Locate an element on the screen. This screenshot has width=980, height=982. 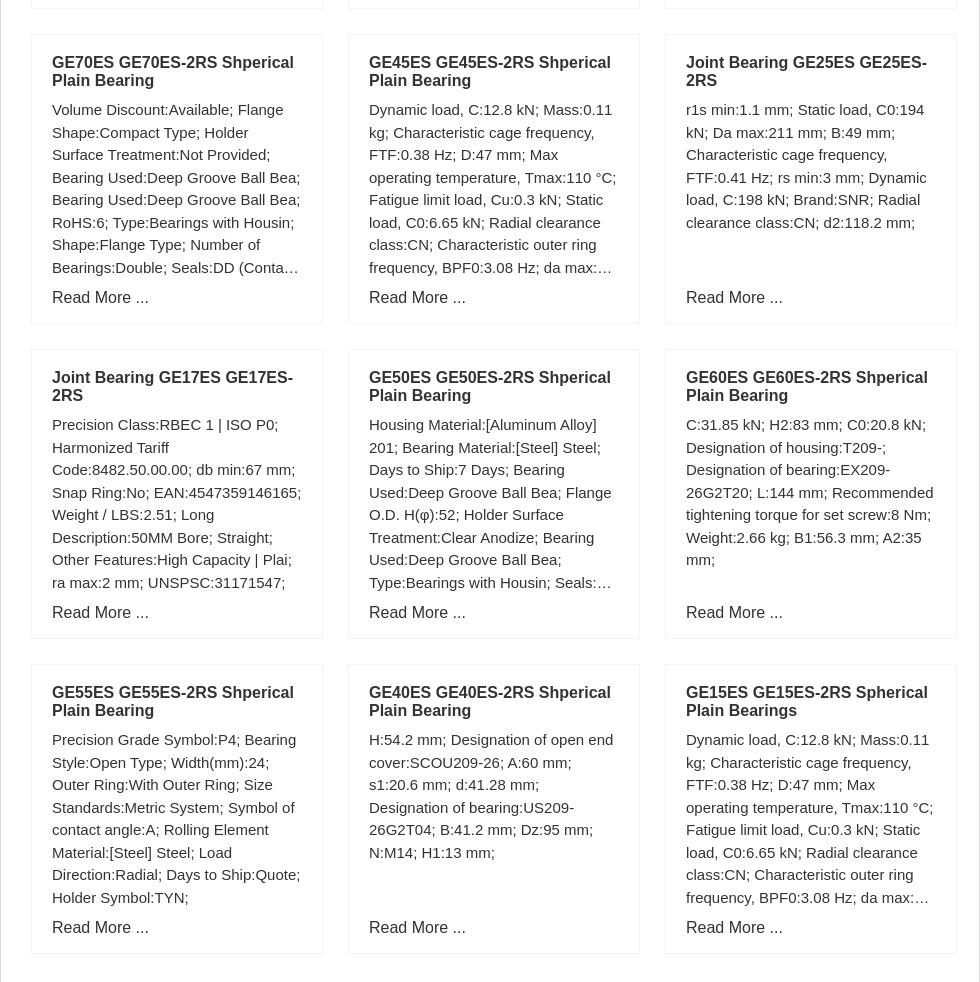
'GE60ES GE60ES-2RS Shperical Plain Bearing' is located at coordinates (686, 386).